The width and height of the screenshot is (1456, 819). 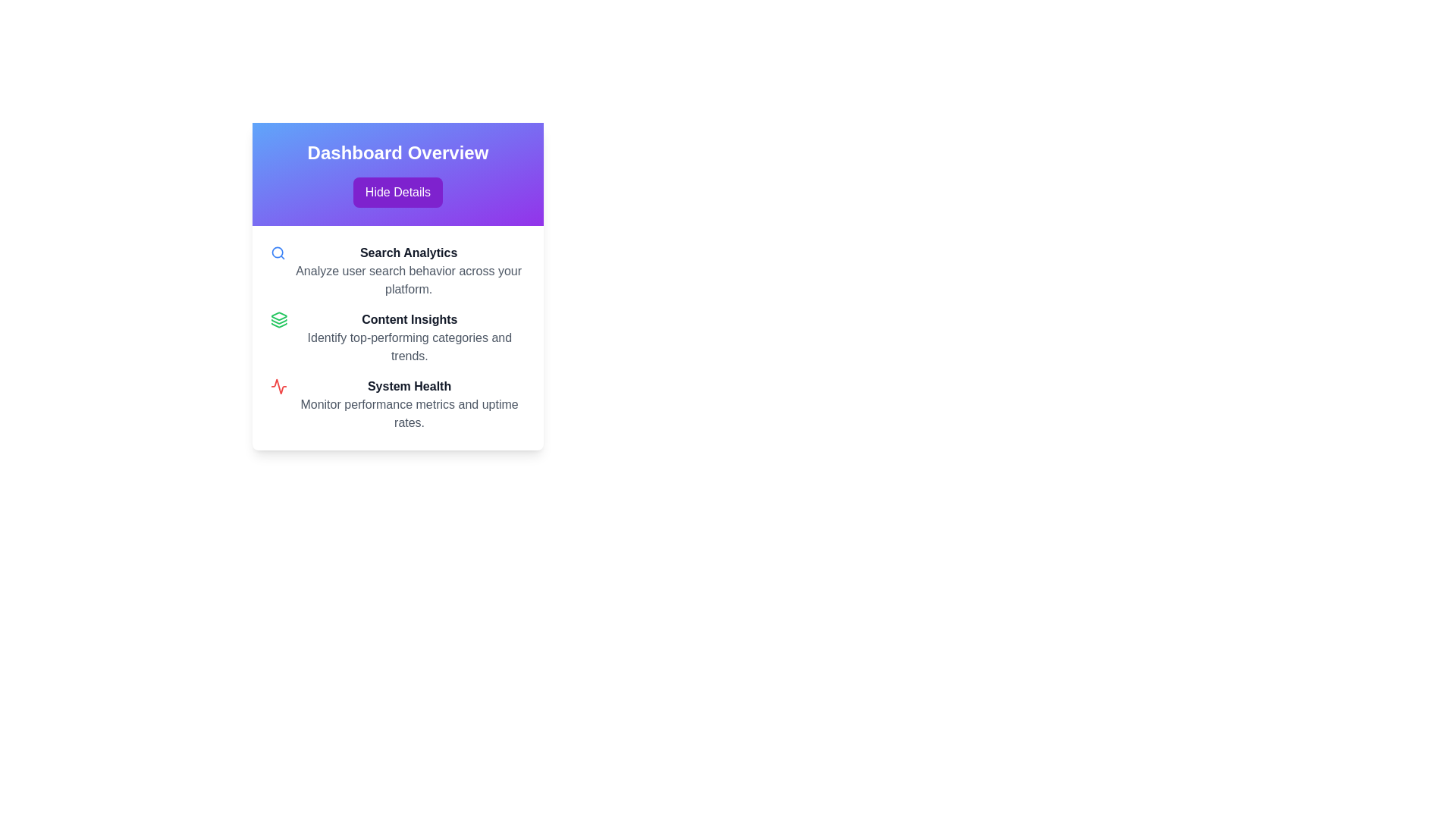 What do you see at coordinates (397, 192) in the screenshot?
I see `the purple 'Hide Details' button with rounded corners, located below the 'Dashboard Overview' heading, to hide details` at bounding box center [397, 192].